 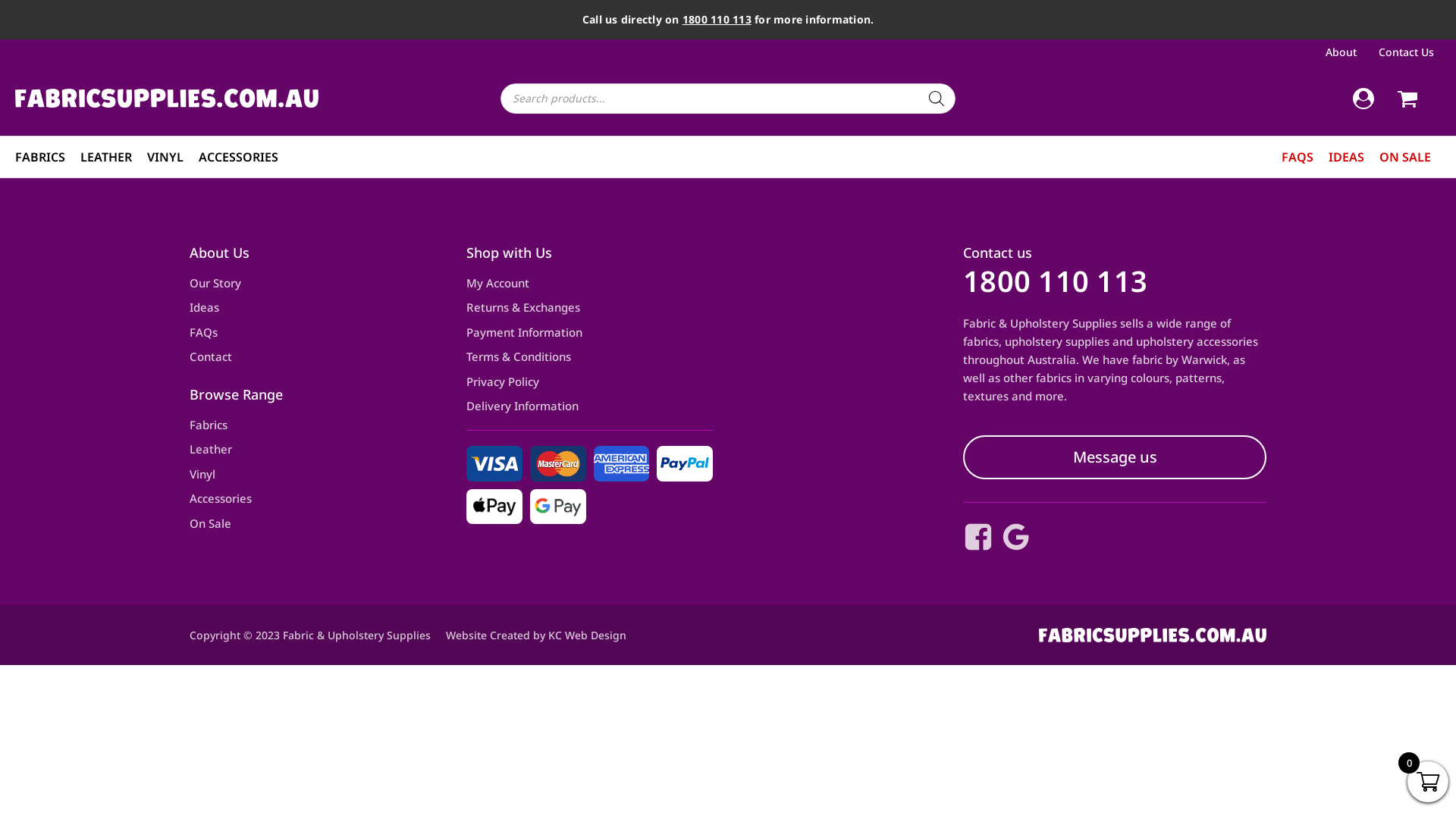 I want to click on 'VINYL', so click(x=146, y=157).